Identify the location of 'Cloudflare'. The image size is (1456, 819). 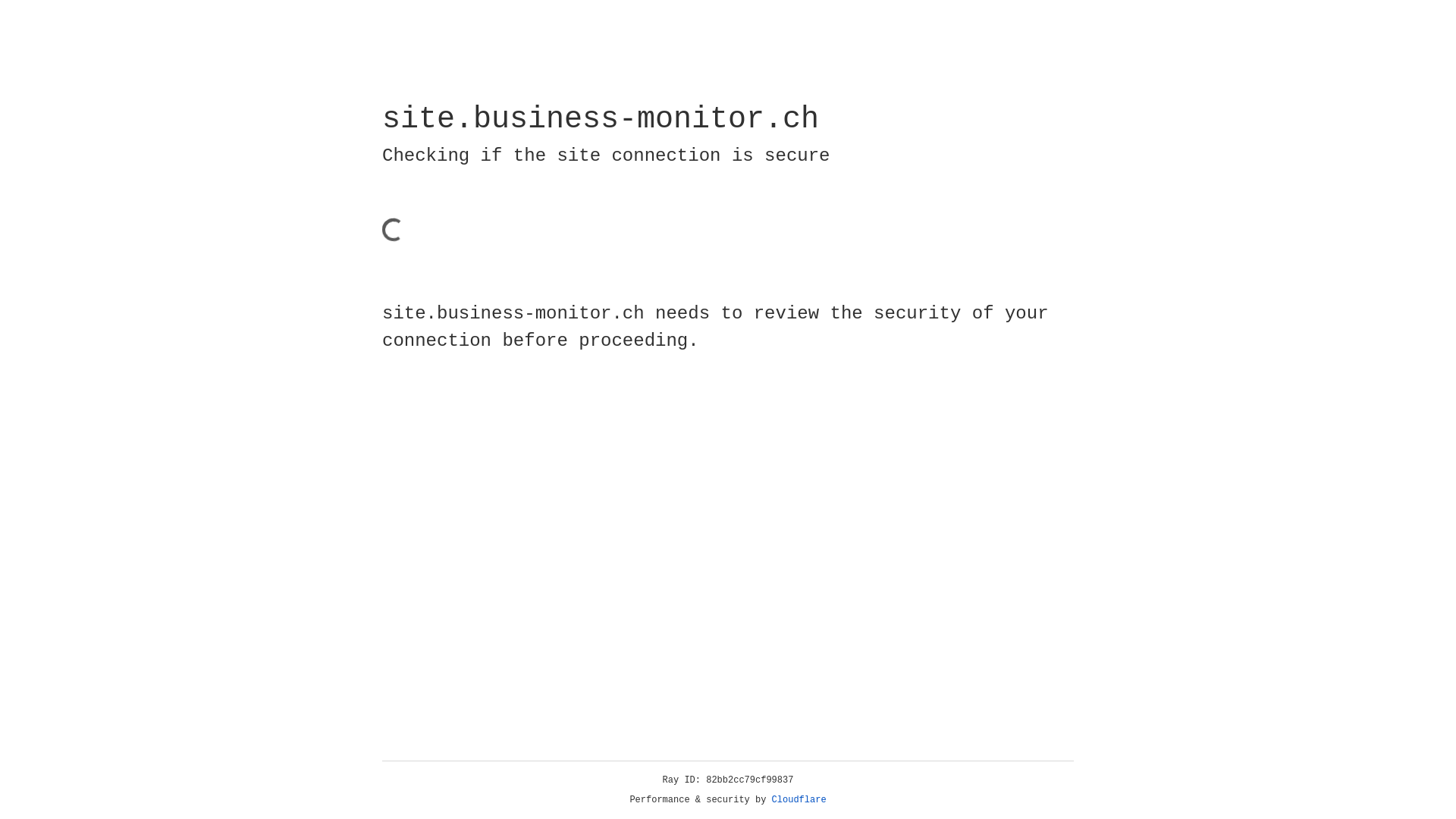
(771, 799).